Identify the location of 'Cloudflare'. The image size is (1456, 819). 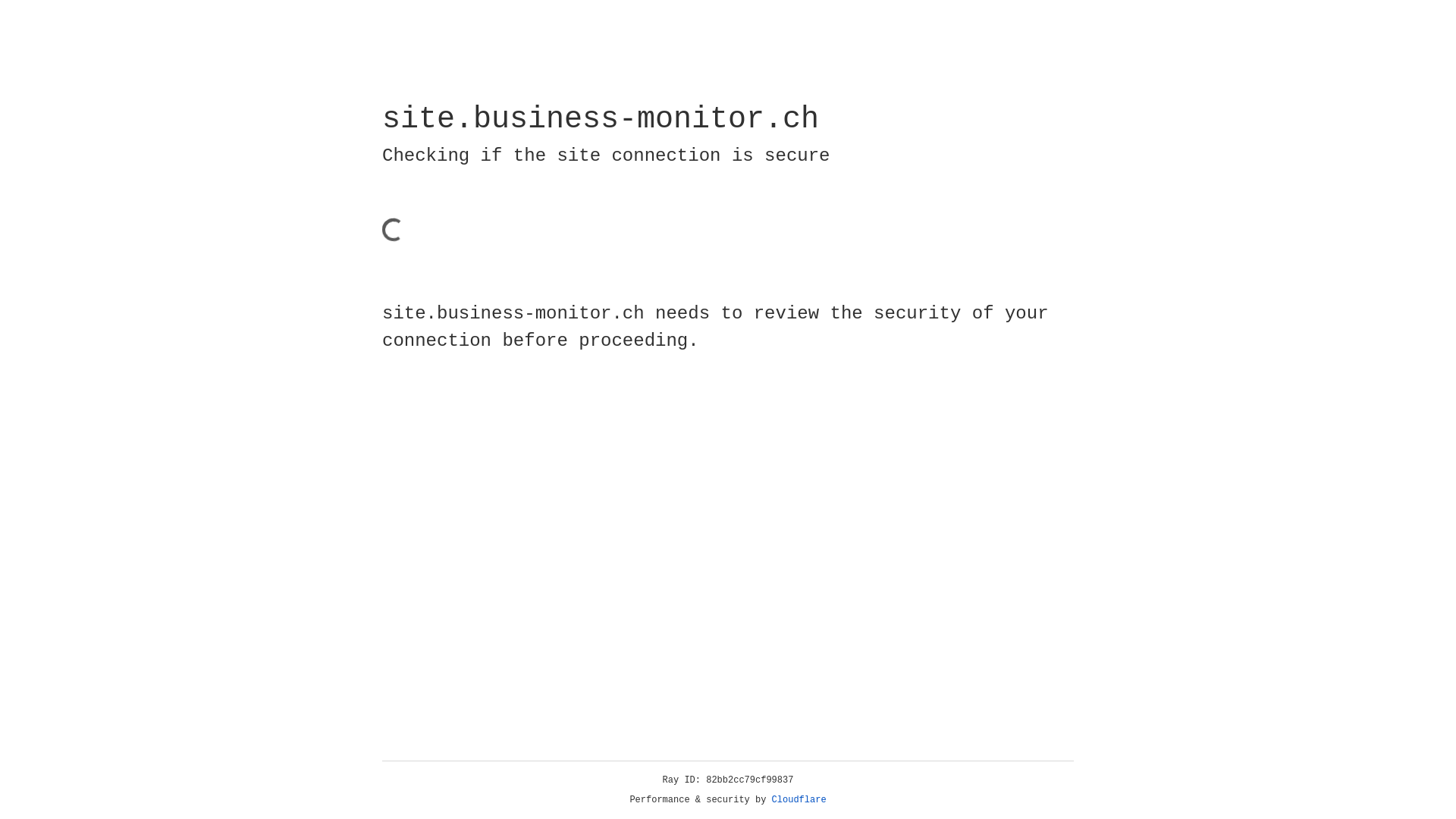
(771, 799).